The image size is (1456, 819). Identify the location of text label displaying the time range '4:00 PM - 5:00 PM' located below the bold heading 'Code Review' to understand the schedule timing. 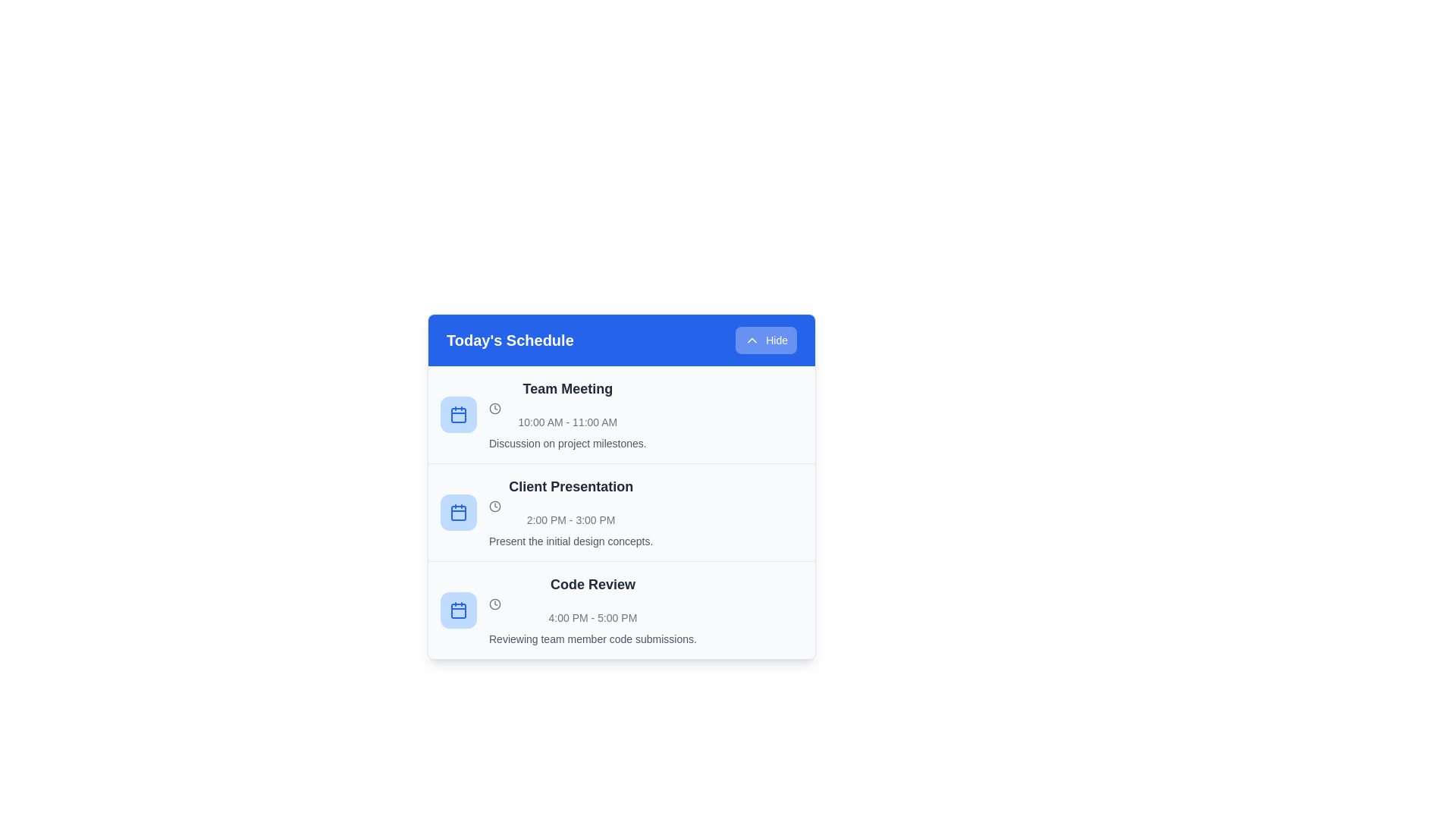
(592, 610).